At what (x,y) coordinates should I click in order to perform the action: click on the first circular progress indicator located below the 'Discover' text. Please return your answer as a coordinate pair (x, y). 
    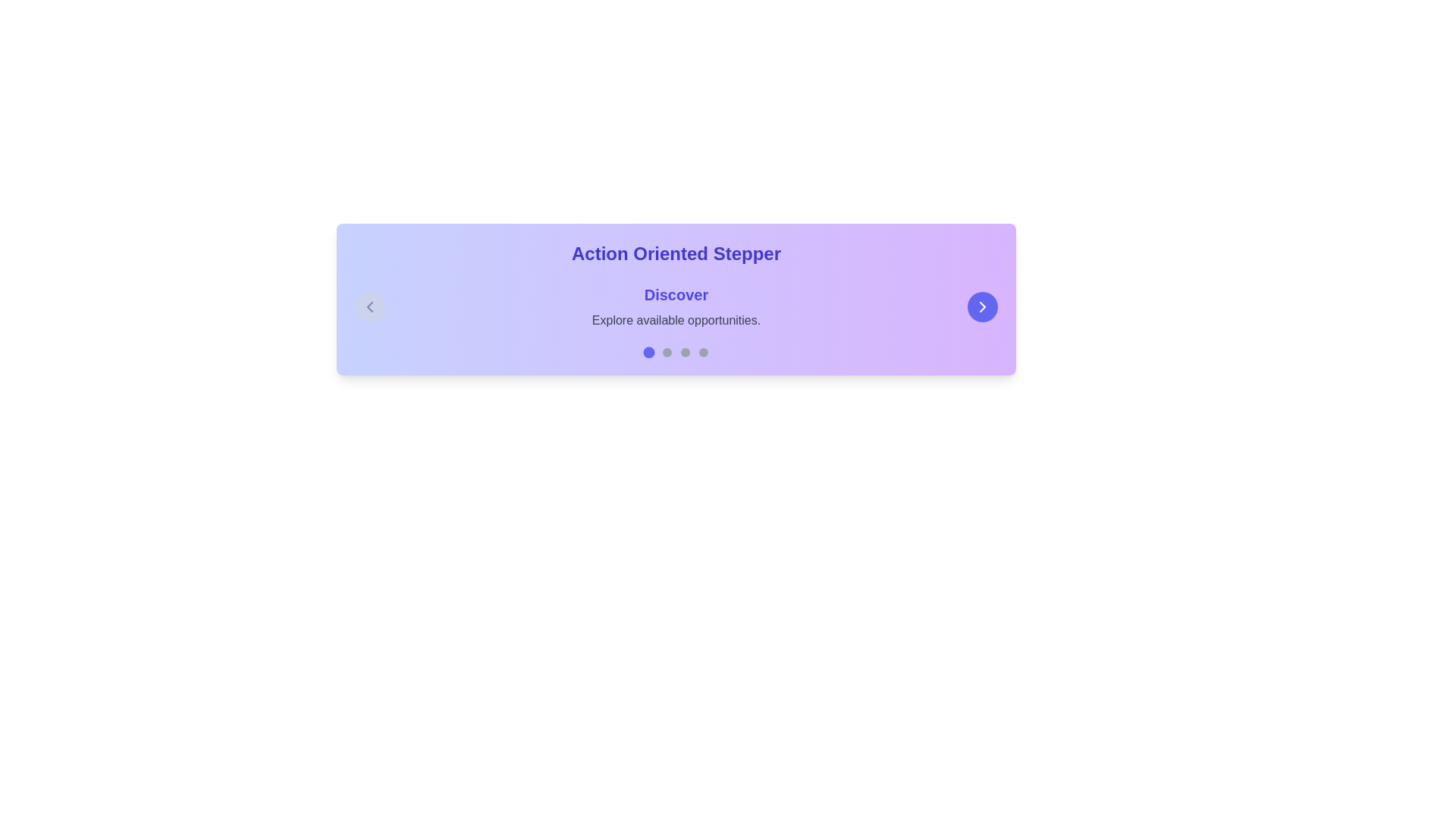
    Looking at the image, I should click on (648, 353).